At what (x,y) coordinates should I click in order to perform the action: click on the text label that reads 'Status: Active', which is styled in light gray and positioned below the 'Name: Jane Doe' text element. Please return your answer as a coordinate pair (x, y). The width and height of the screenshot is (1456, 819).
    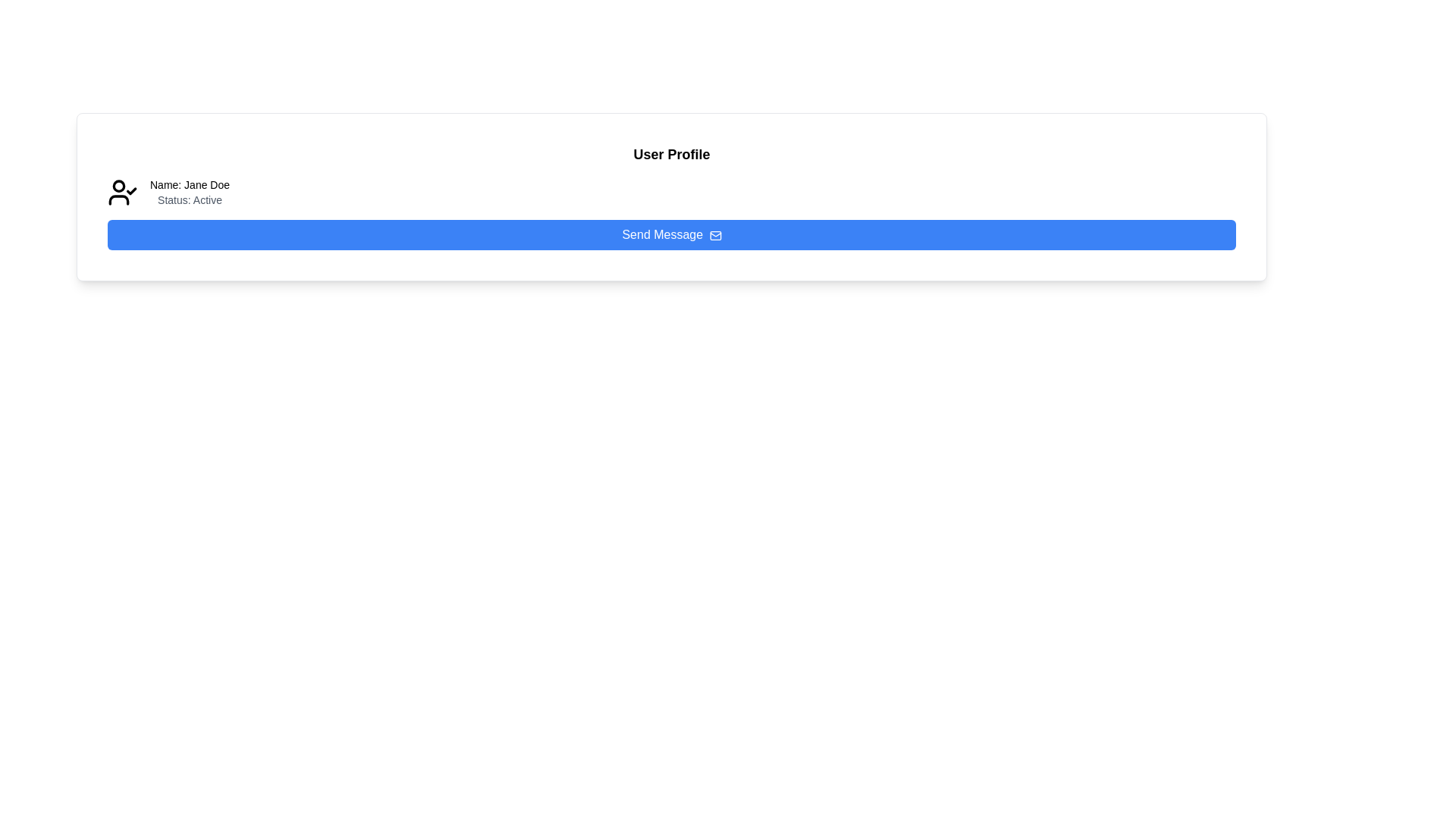
    Looking at the image, I should click on (189, 199).